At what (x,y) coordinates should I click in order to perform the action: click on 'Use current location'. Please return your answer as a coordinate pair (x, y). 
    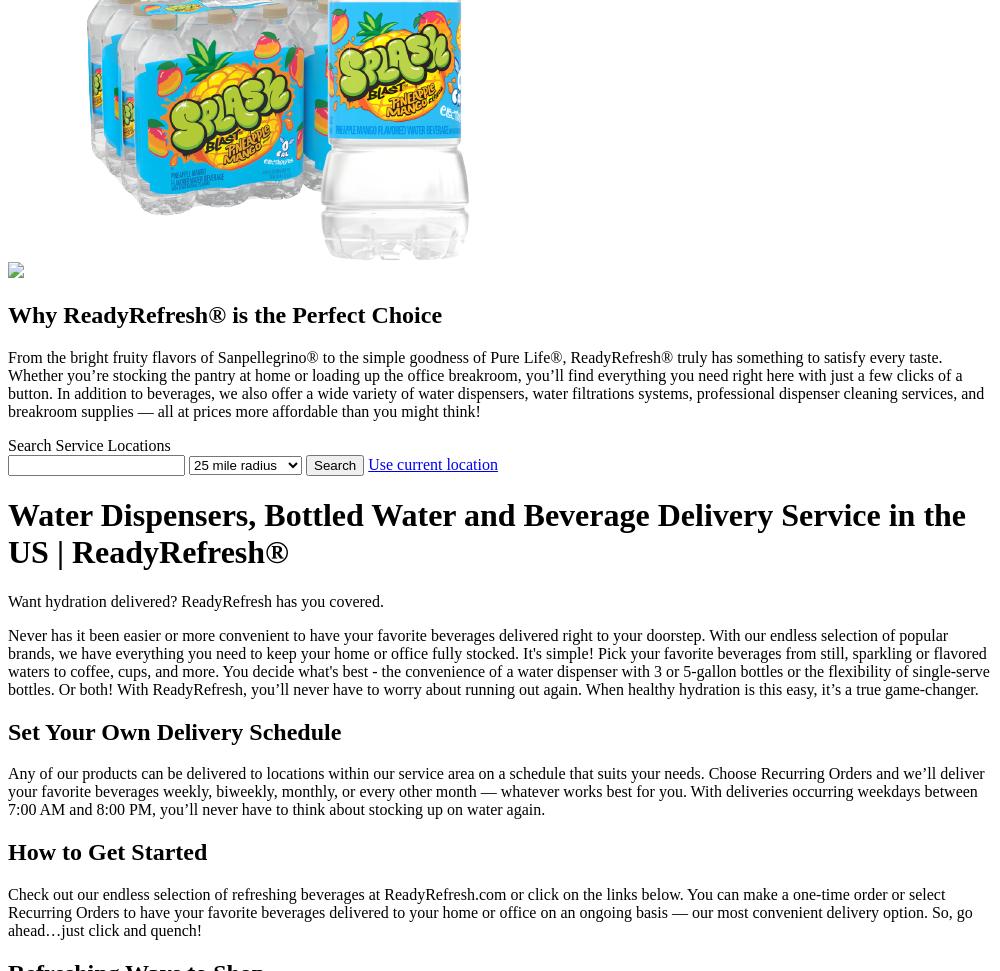
    Looking at the image, I should click on (432, 463).